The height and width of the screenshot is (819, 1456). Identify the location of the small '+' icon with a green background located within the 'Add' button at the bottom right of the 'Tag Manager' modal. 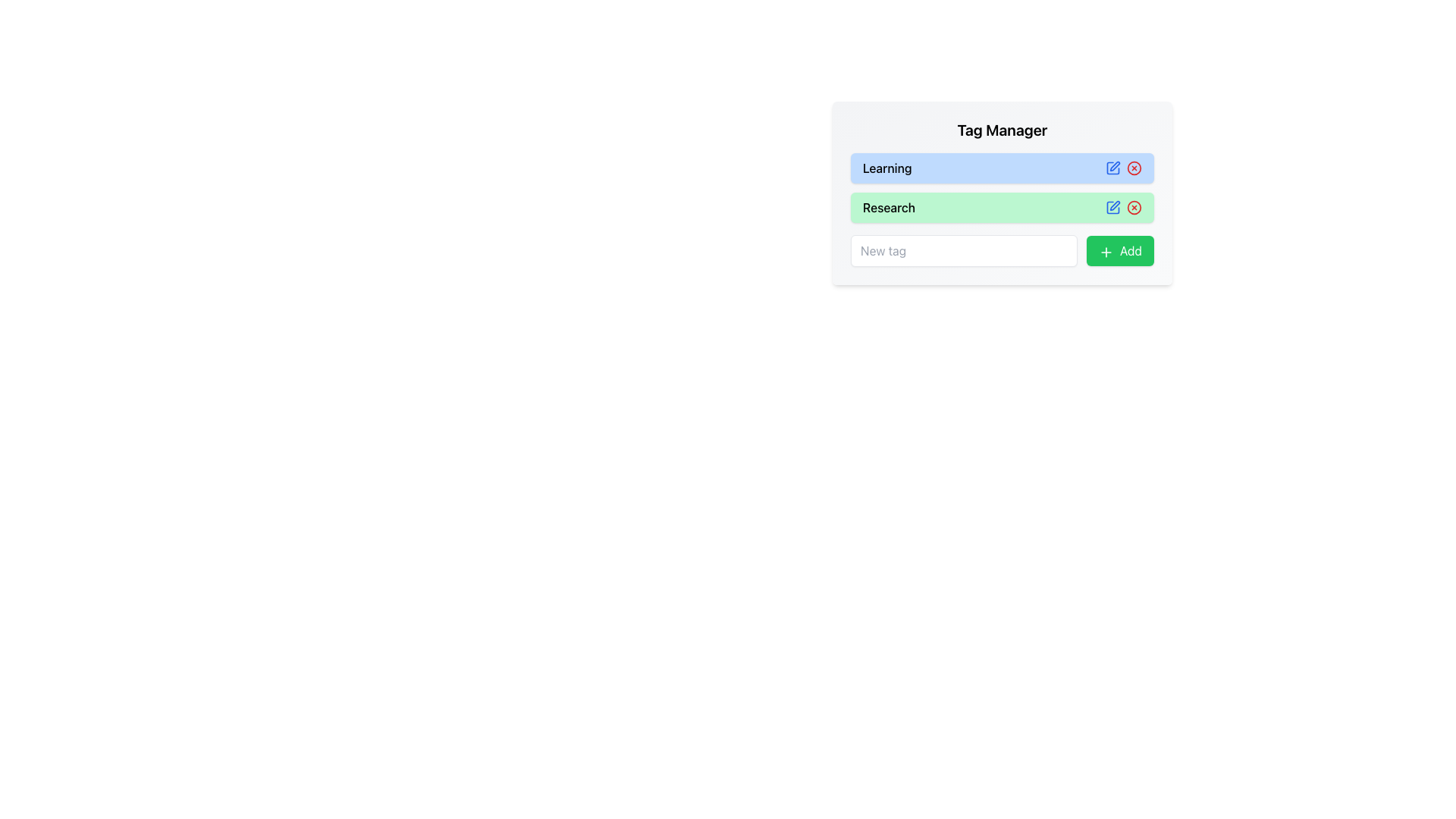
(1106, 251).